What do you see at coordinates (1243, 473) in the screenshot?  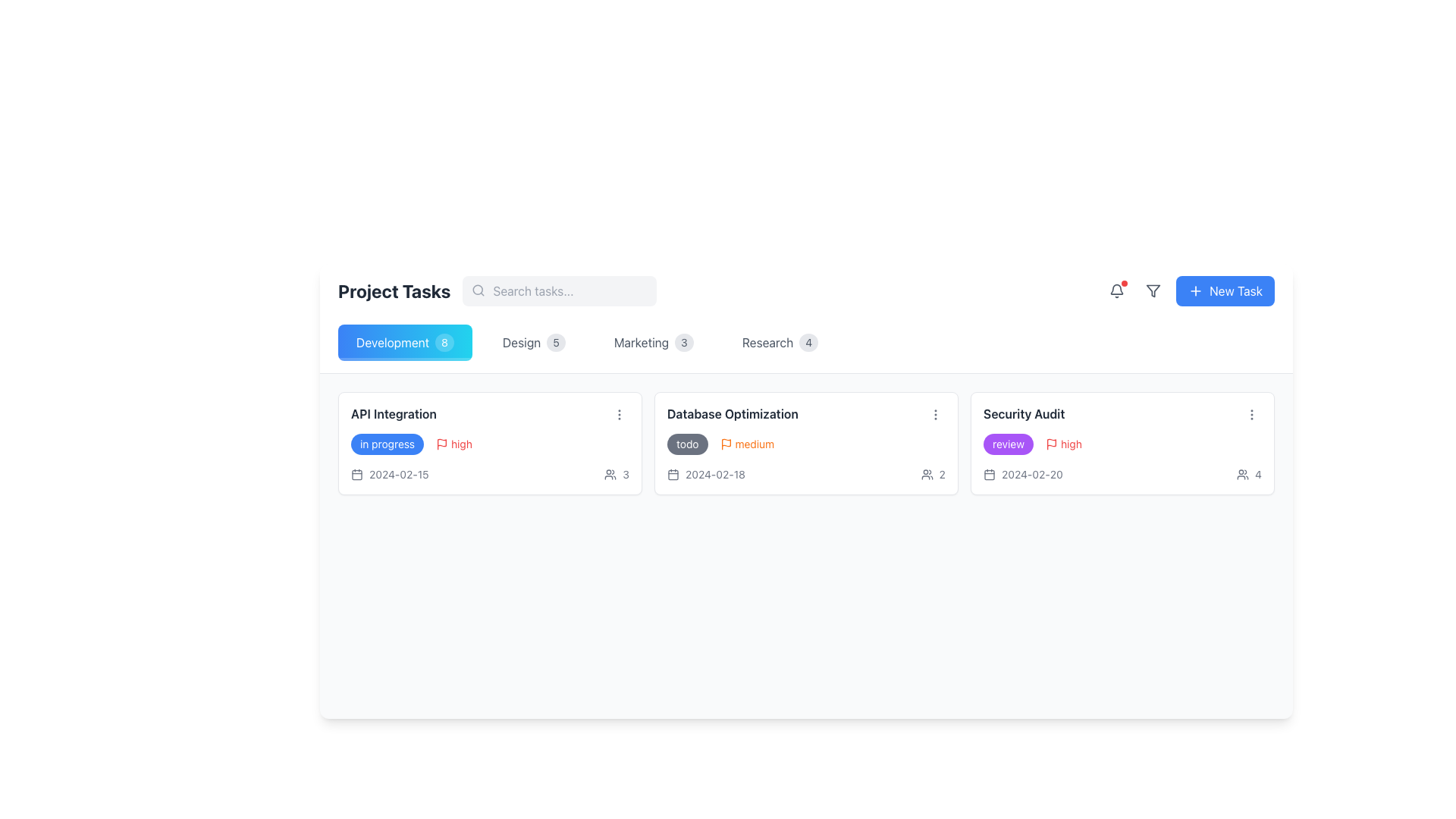 I see `the user icon located to the right side of the interface header, slightly to the left of the numeric indicator '4'` at bounding box center [1243, 473].